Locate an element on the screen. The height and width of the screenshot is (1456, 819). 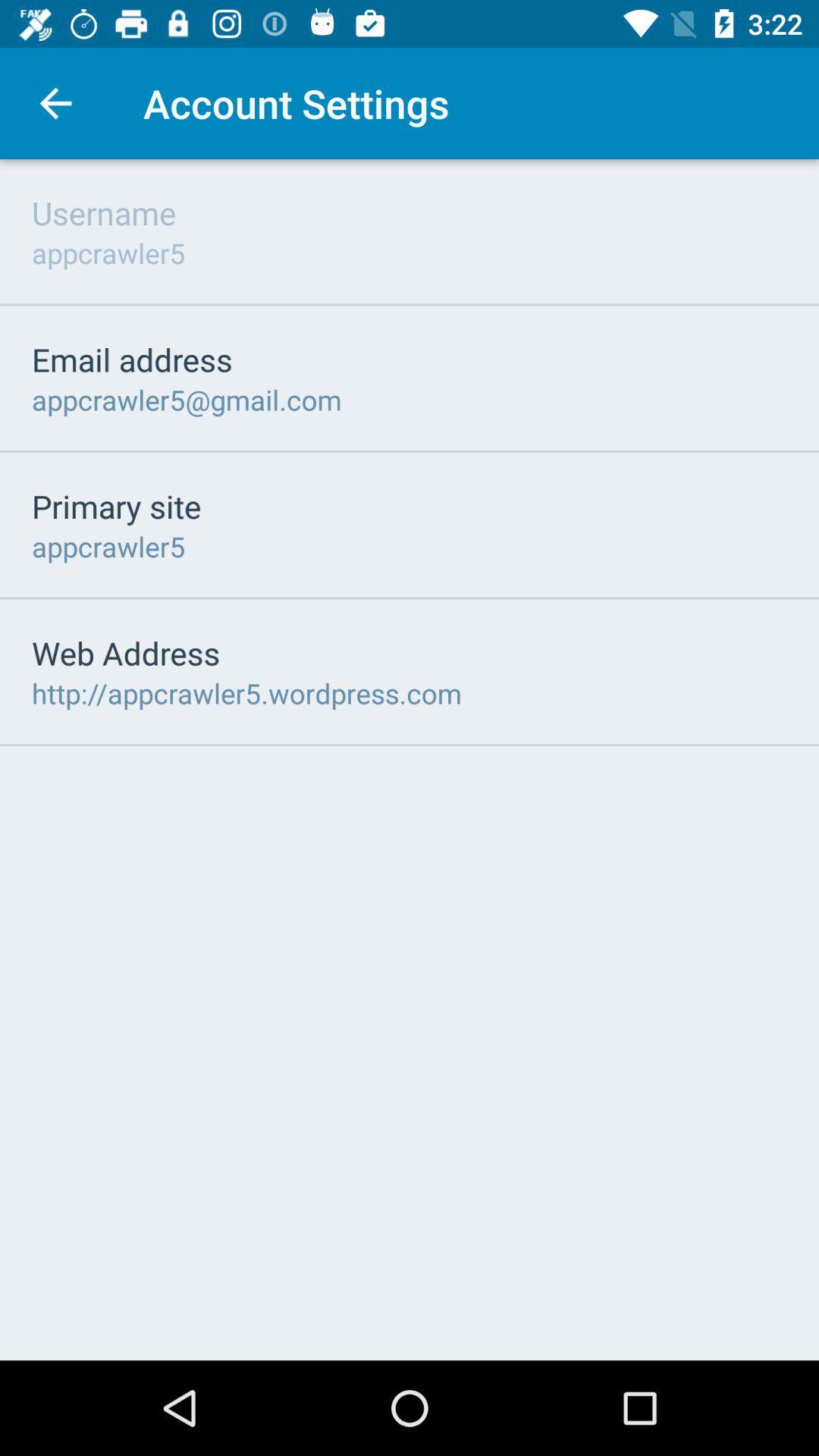
the item next to the account settings is located at coordinates (55, 102).